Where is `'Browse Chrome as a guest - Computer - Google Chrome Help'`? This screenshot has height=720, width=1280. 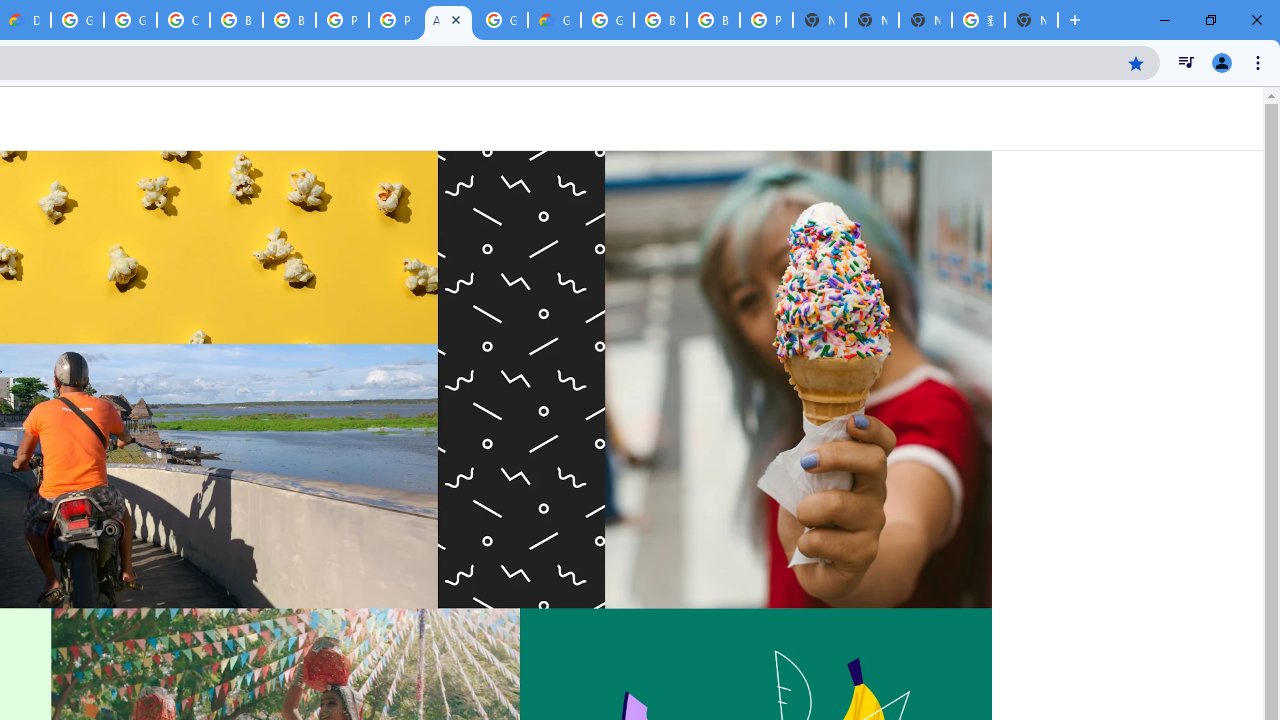
'Browse Chrome as a guest - Computer - Google Chrome Help' is located at coordinates (660, 20).